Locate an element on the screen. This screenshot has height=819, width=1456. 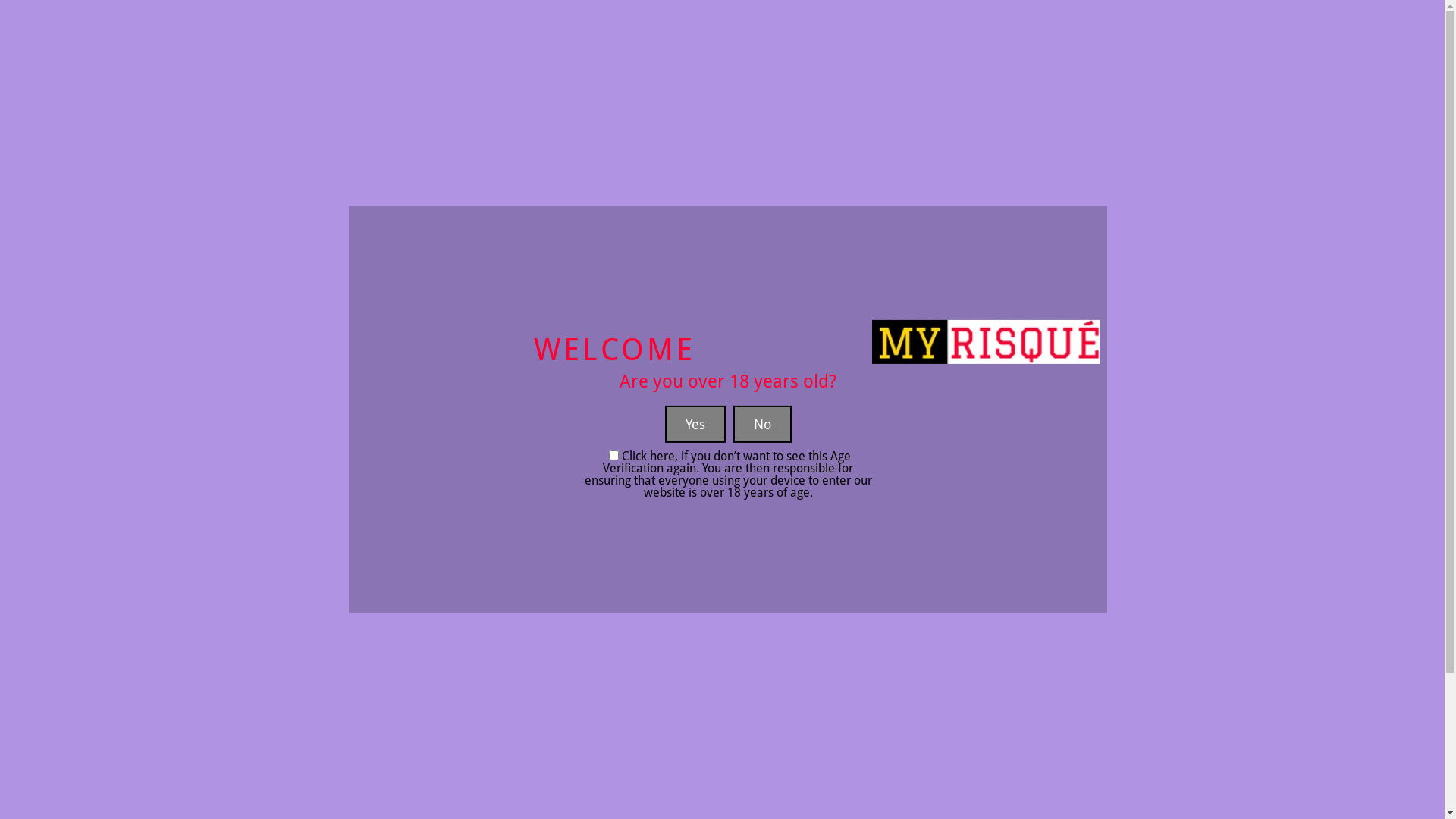
'No' is located at coordinates (761, 424).